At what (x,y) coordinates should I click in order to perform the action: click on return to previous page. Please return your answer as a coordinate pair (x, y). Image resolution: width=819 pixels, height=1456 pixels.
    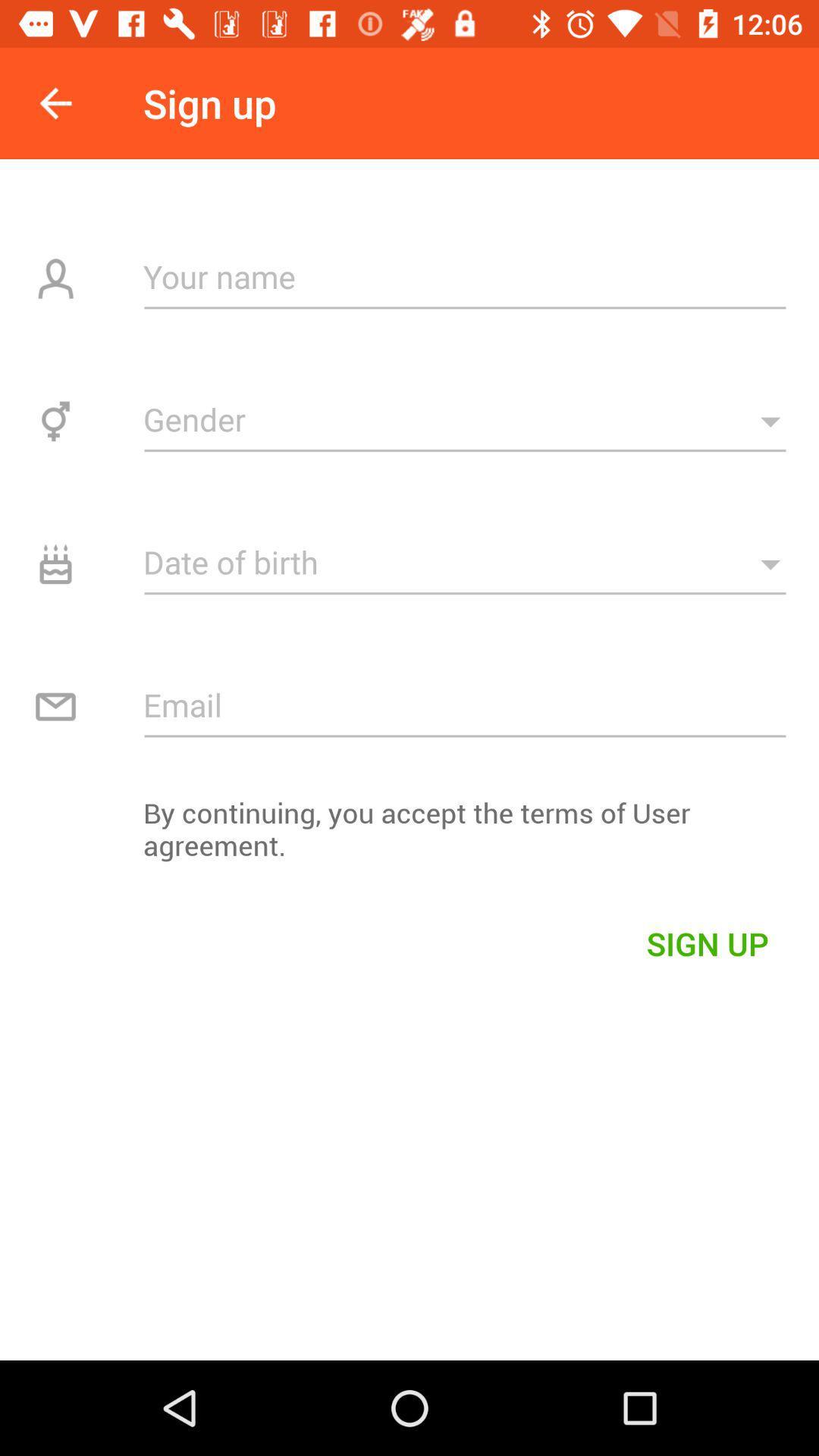
    Looking at the image, I should click on (55, 102).